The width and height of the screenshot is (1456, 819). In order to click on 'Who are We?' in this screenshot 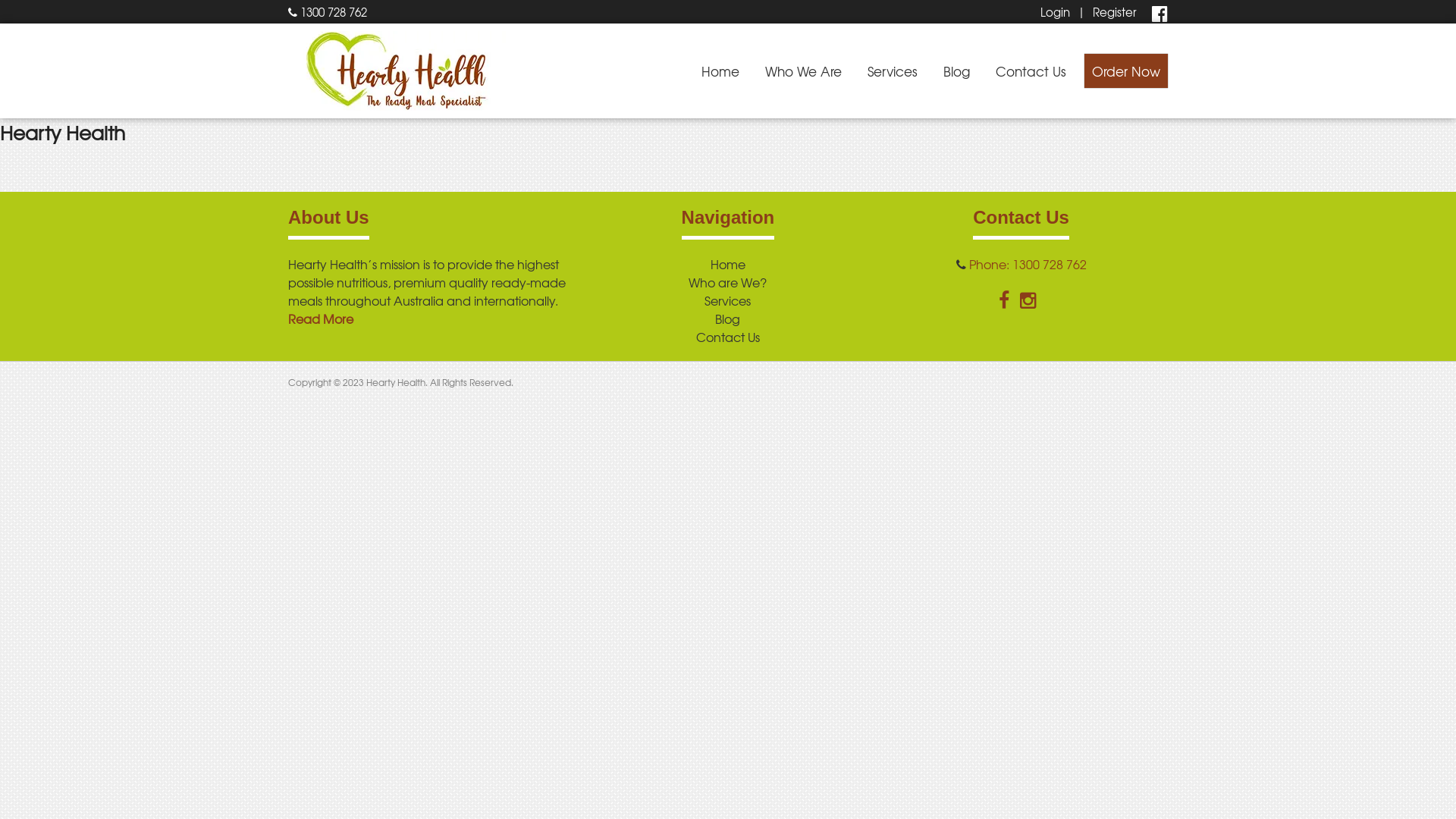, I will do `click(726, 281)`.